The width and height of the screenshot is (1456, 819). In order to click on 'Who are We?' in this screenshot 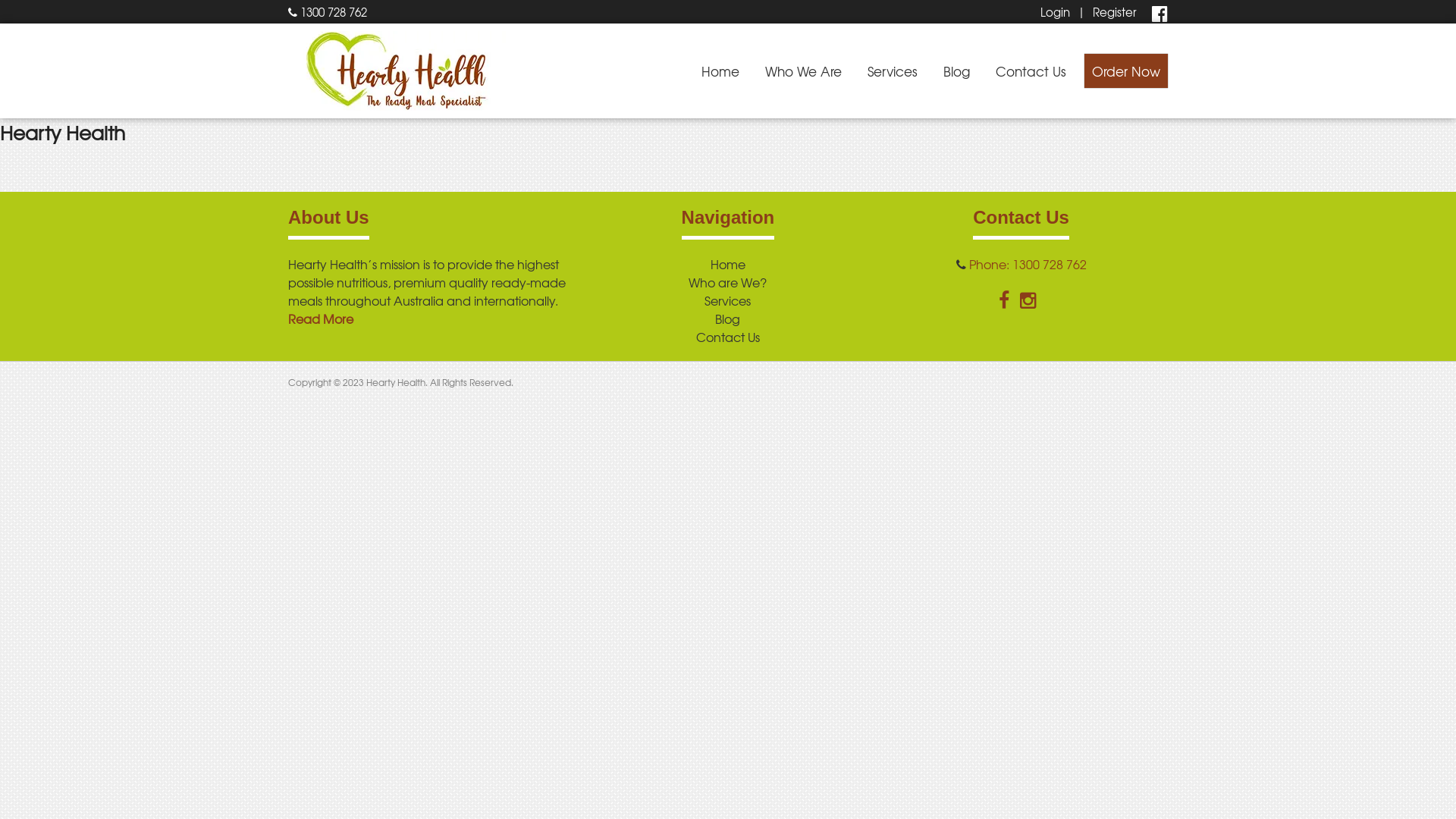, I will do `click(726, 281)`.